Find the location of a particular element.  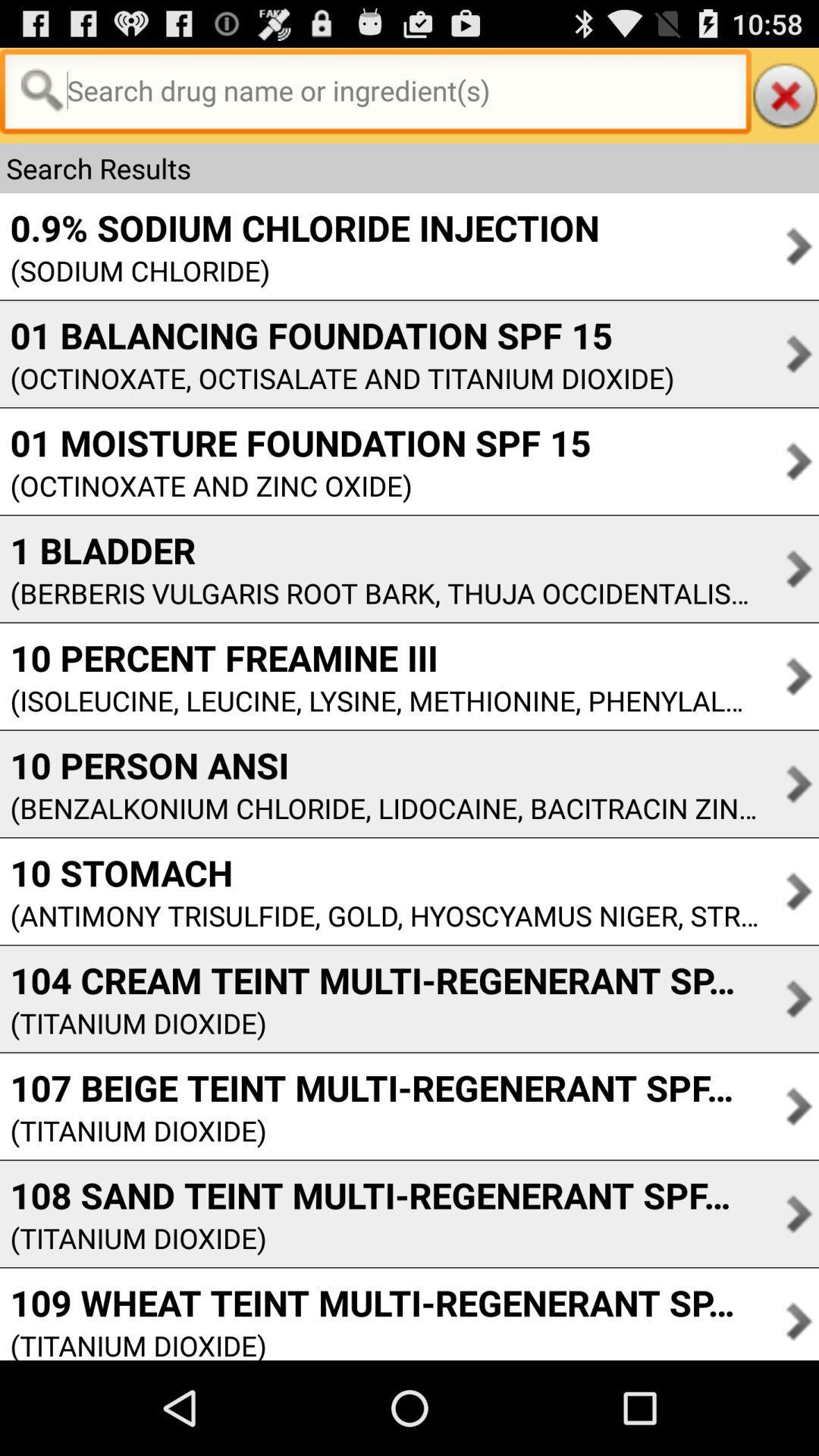

the 107 beige teint is located at coordinates (378, 1087).